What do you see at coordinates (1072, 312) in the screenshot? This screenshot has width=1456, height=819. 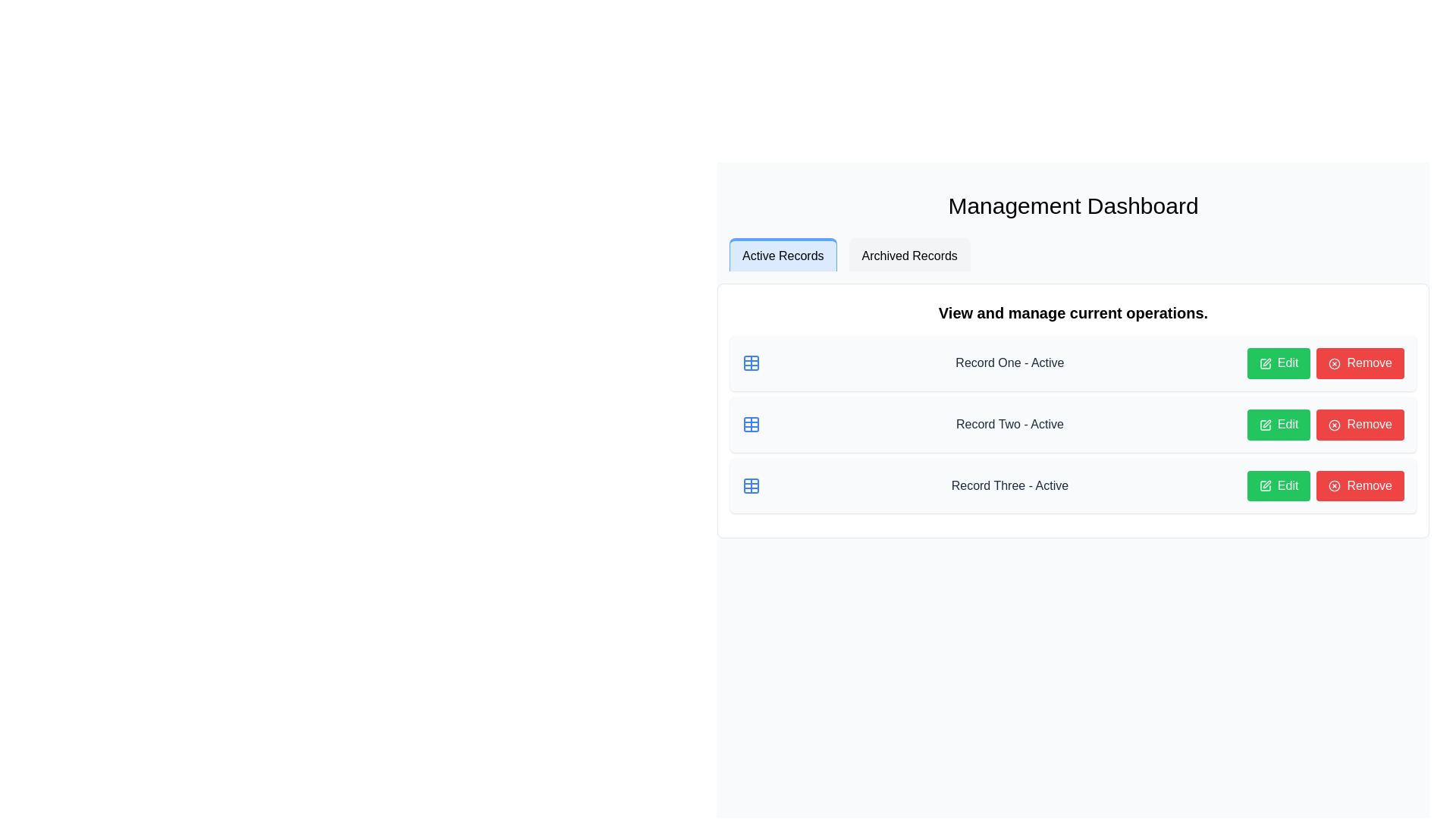 I see `the text header that states 'View and manage current operations', which is styled in a large font and positioned at the top of the panel` at bounding box center [1072, 312].